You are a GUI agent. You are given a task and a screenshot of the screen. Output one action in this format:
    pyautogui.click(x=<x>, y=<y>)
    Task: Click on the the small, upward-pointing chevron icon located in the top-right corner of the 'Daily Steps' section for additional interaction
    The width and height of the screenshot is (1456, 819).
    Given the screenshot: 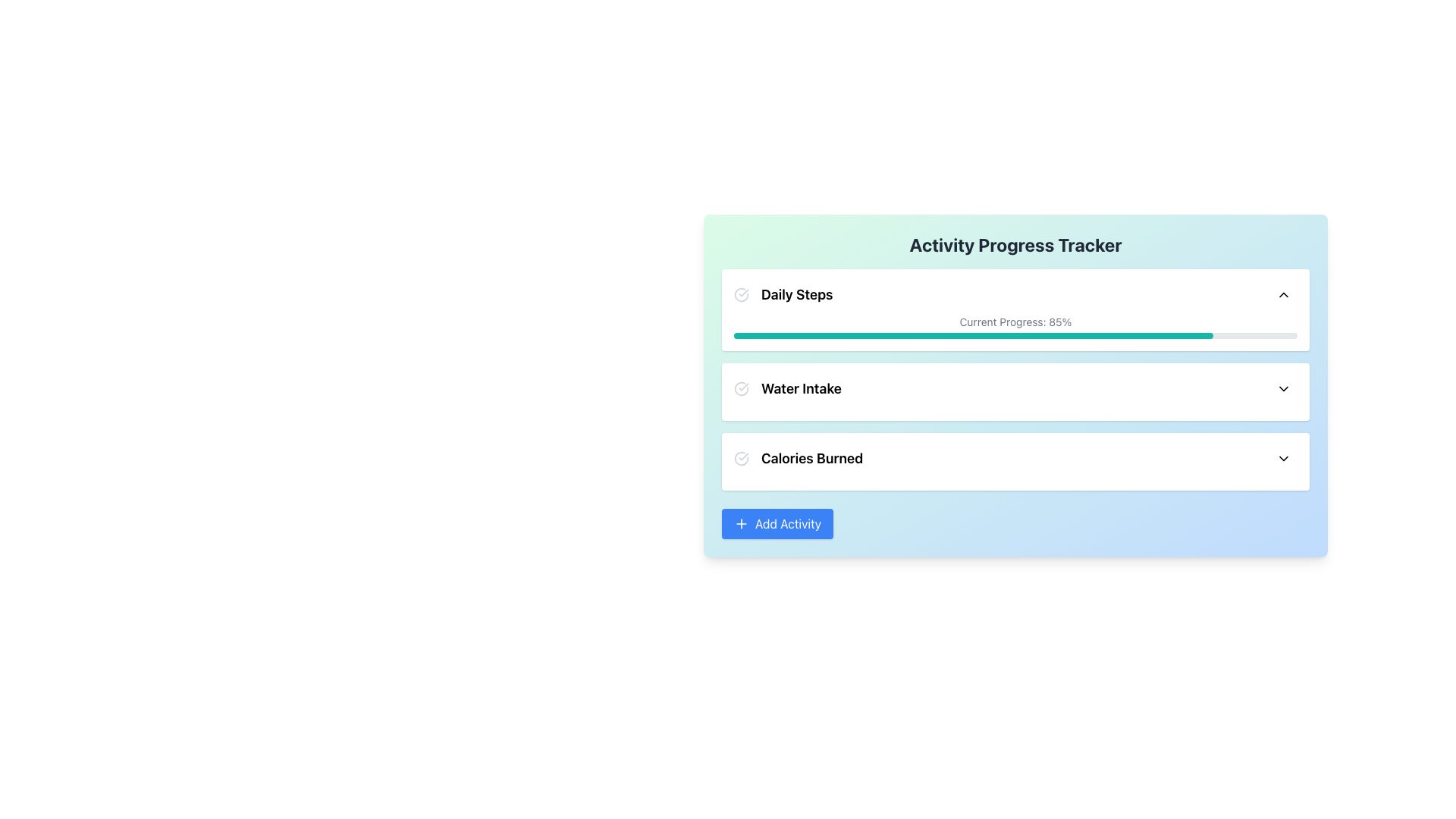 What is the action you would take?
    pyautogui.click(x=1283, y=295)
    